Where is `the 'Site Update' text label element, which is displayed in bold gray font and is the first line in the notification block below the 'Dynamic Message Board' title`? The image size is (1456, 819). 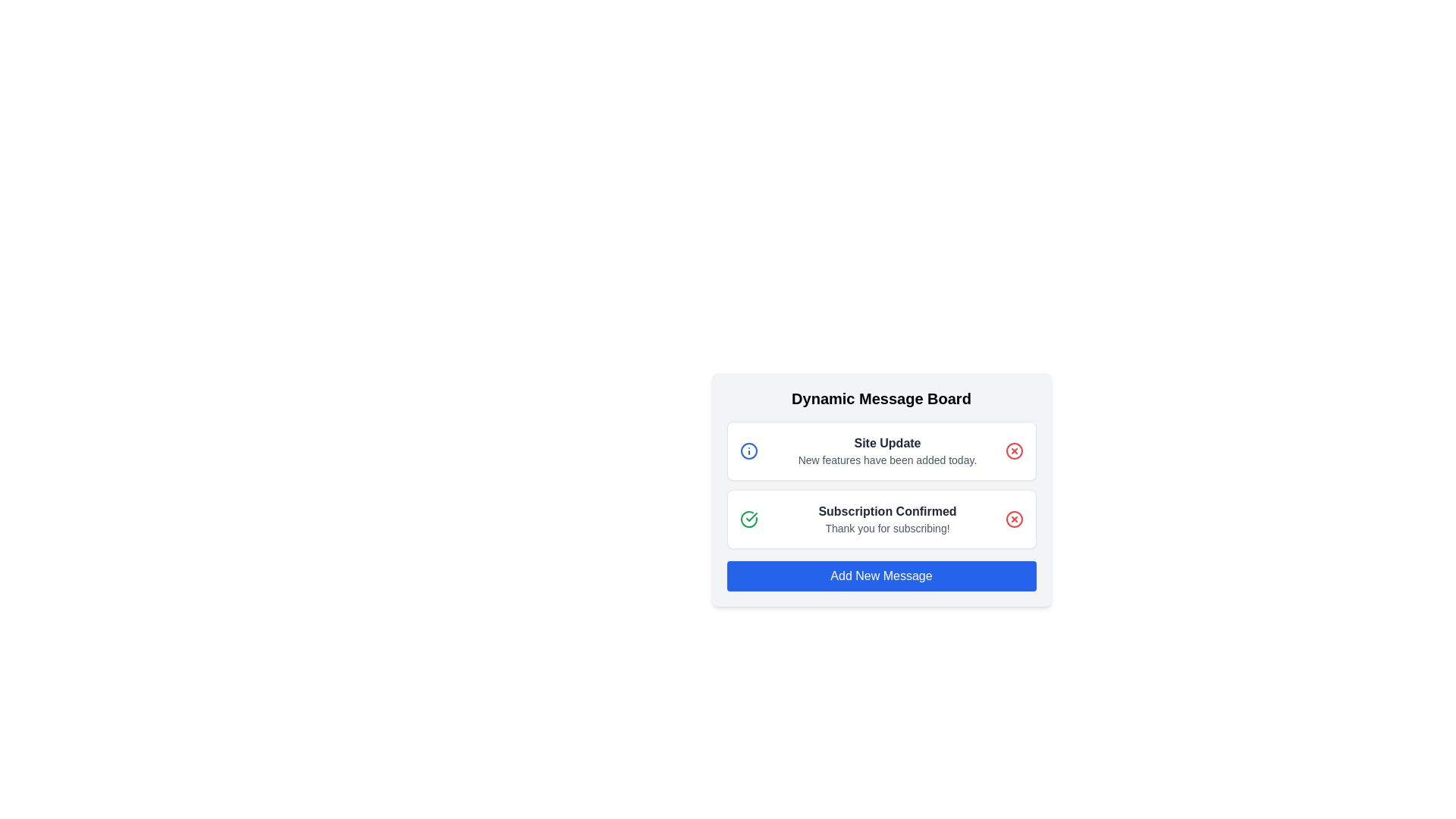 the 'Site Update' text label element, which is displayed in bold gray font and is the first line in the notification block below the 'Dynamic Message Board' title is located at coordinates (887, 444).